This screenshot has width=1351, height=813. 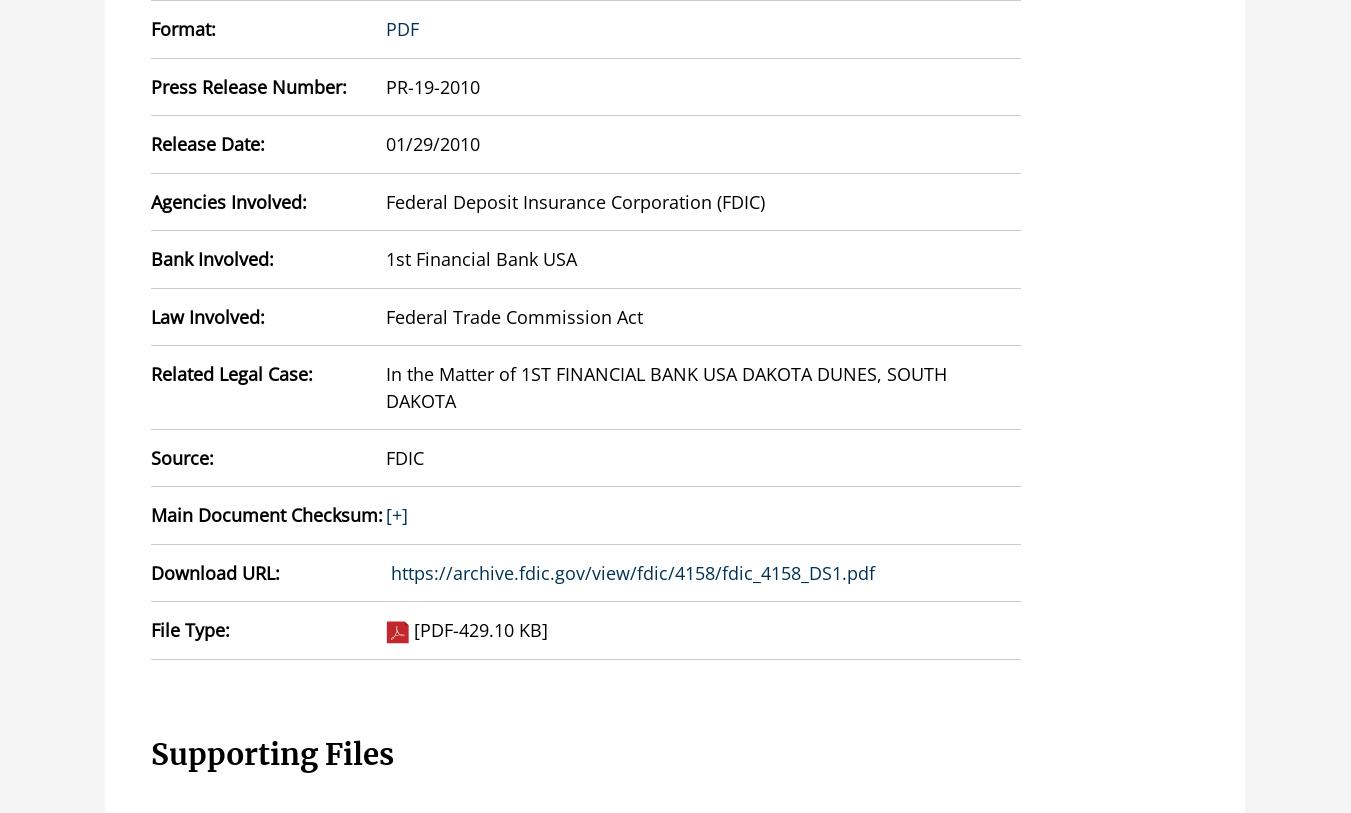 What do you see at coordinates (412, 629) in the screenshot?
I see `'[PDF-429.10 KB]'` at bounding box center [412, 629].